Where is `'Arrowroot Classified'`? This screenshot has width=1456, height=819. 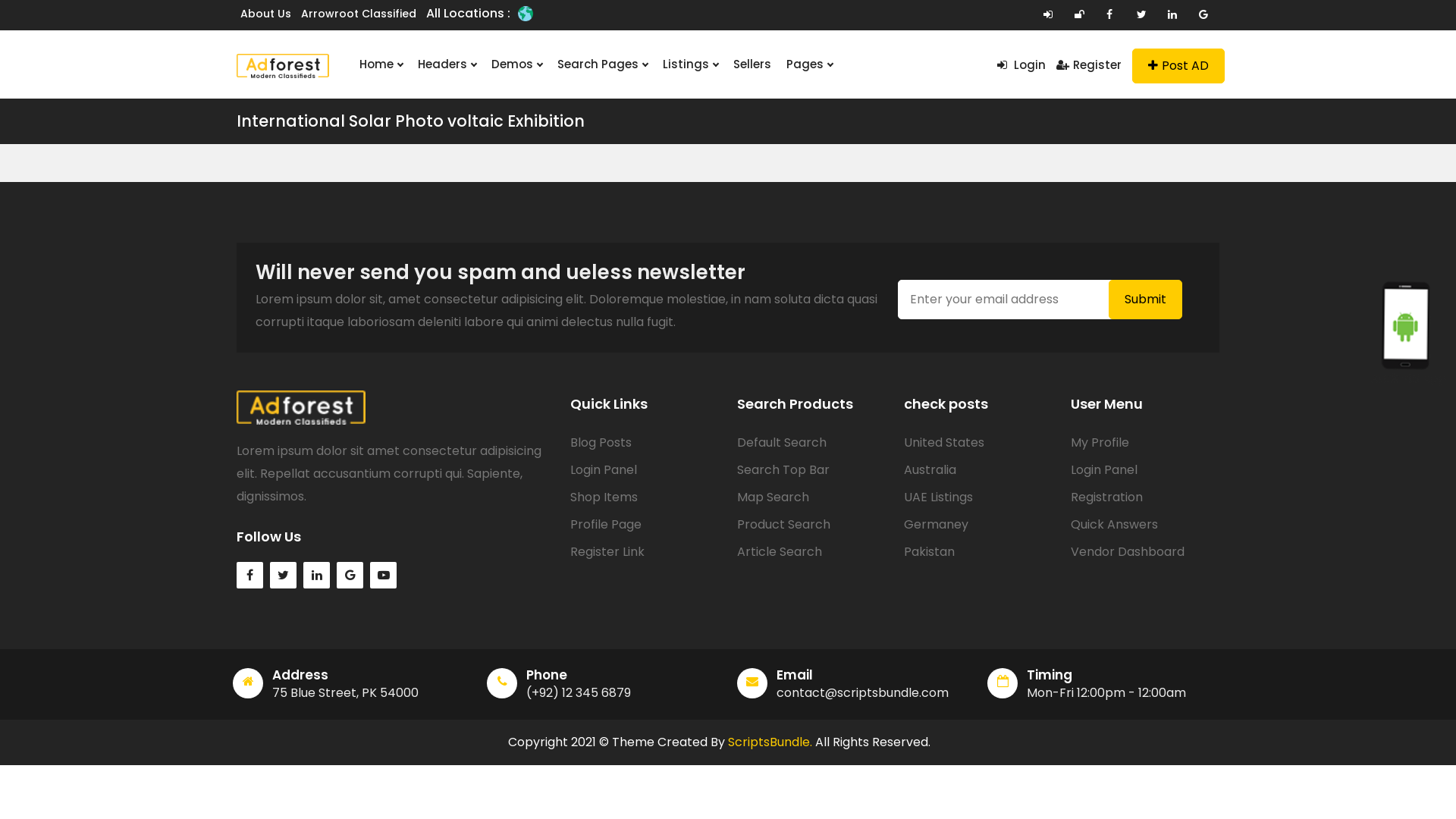
'Arrowroot Classified' is located at coordinates (358, 14).